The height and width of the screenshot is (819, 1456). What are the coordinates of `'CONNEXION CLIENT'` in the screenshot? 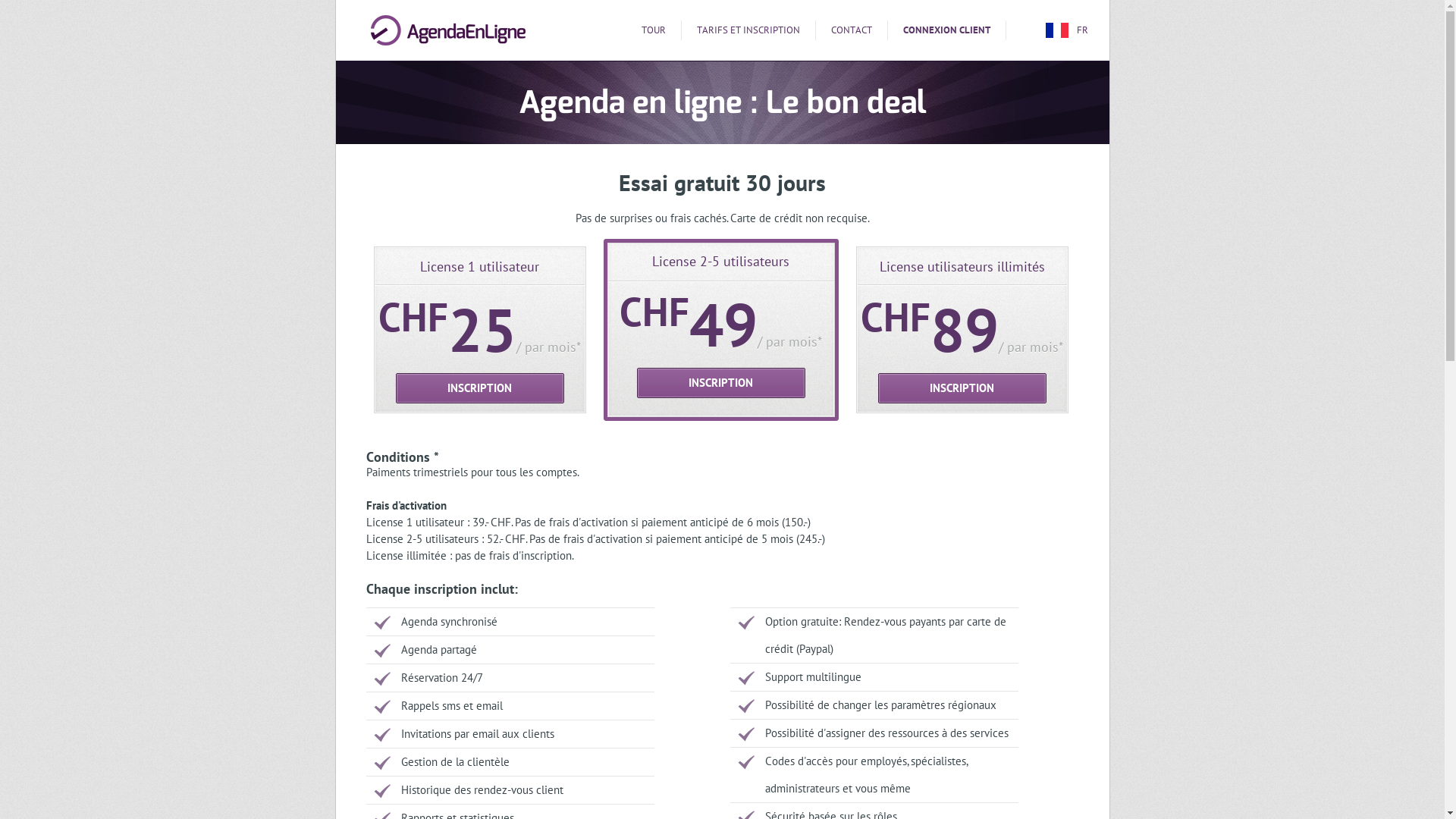 It's located at (946, 30).